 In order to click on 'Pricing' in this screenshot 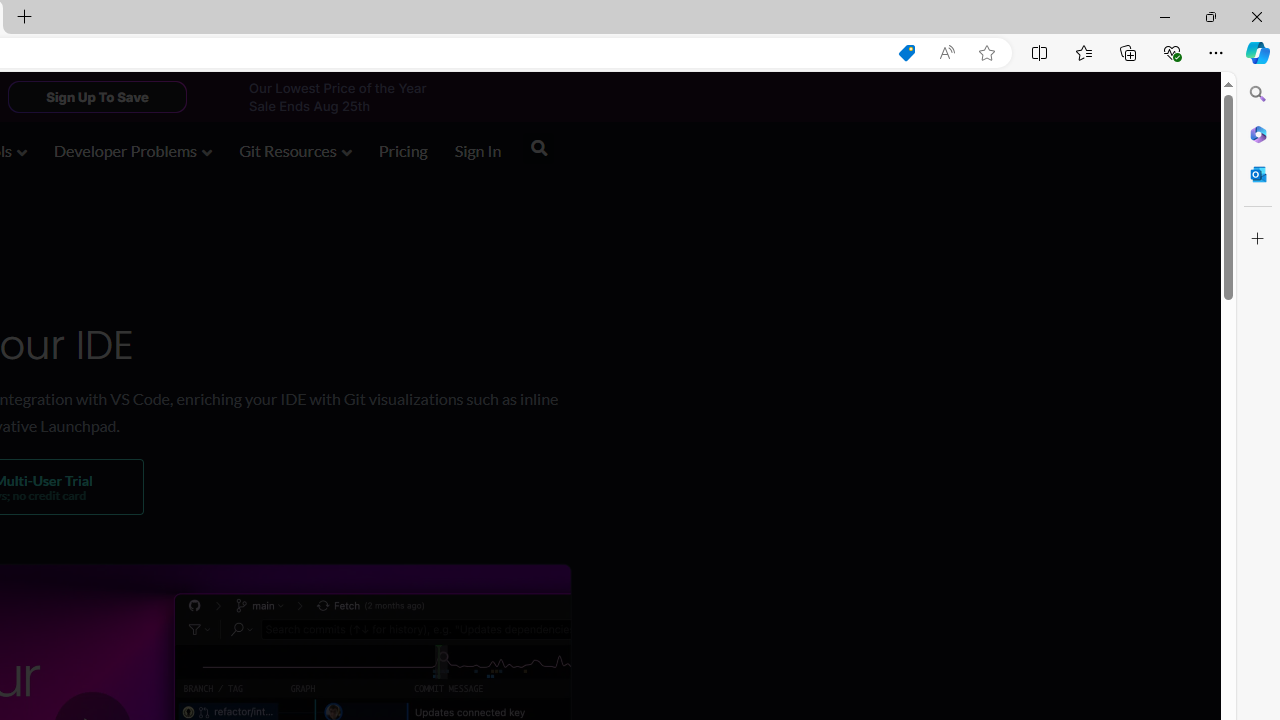, I will do `click(402, 152)`.